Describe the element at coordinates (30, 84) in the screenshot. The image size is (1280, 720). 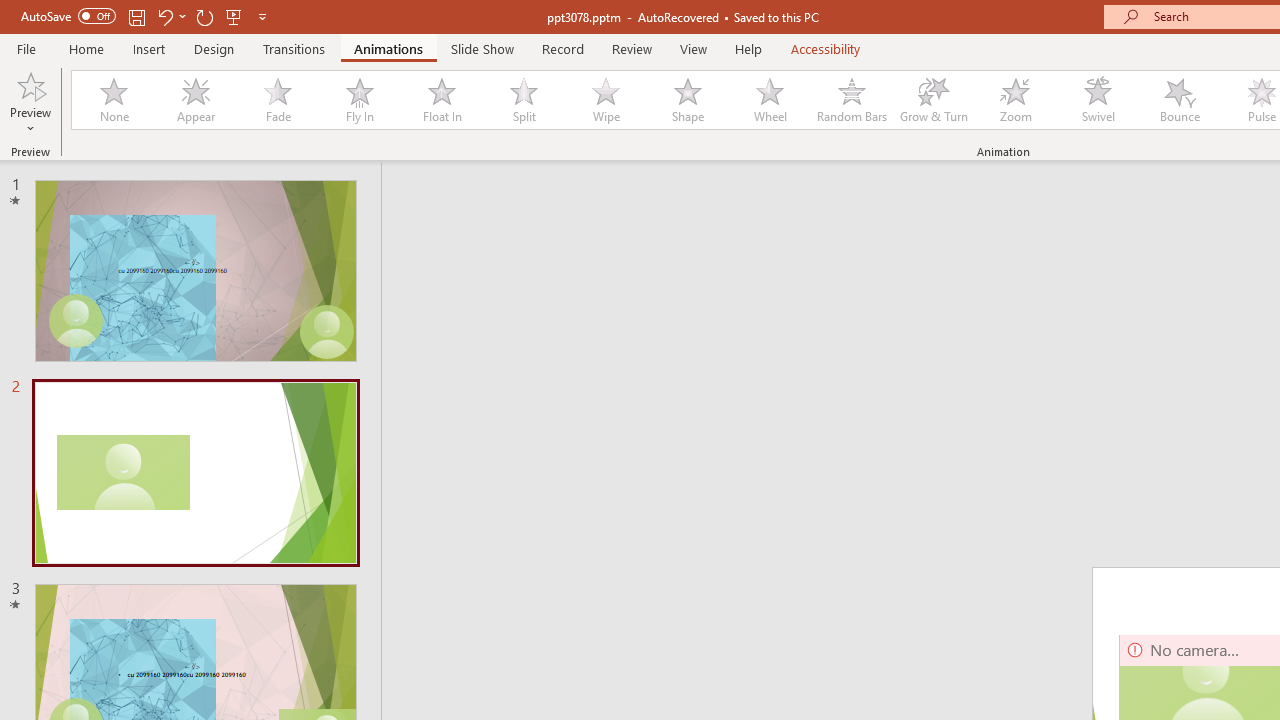
I see `'Preview'` at that location.